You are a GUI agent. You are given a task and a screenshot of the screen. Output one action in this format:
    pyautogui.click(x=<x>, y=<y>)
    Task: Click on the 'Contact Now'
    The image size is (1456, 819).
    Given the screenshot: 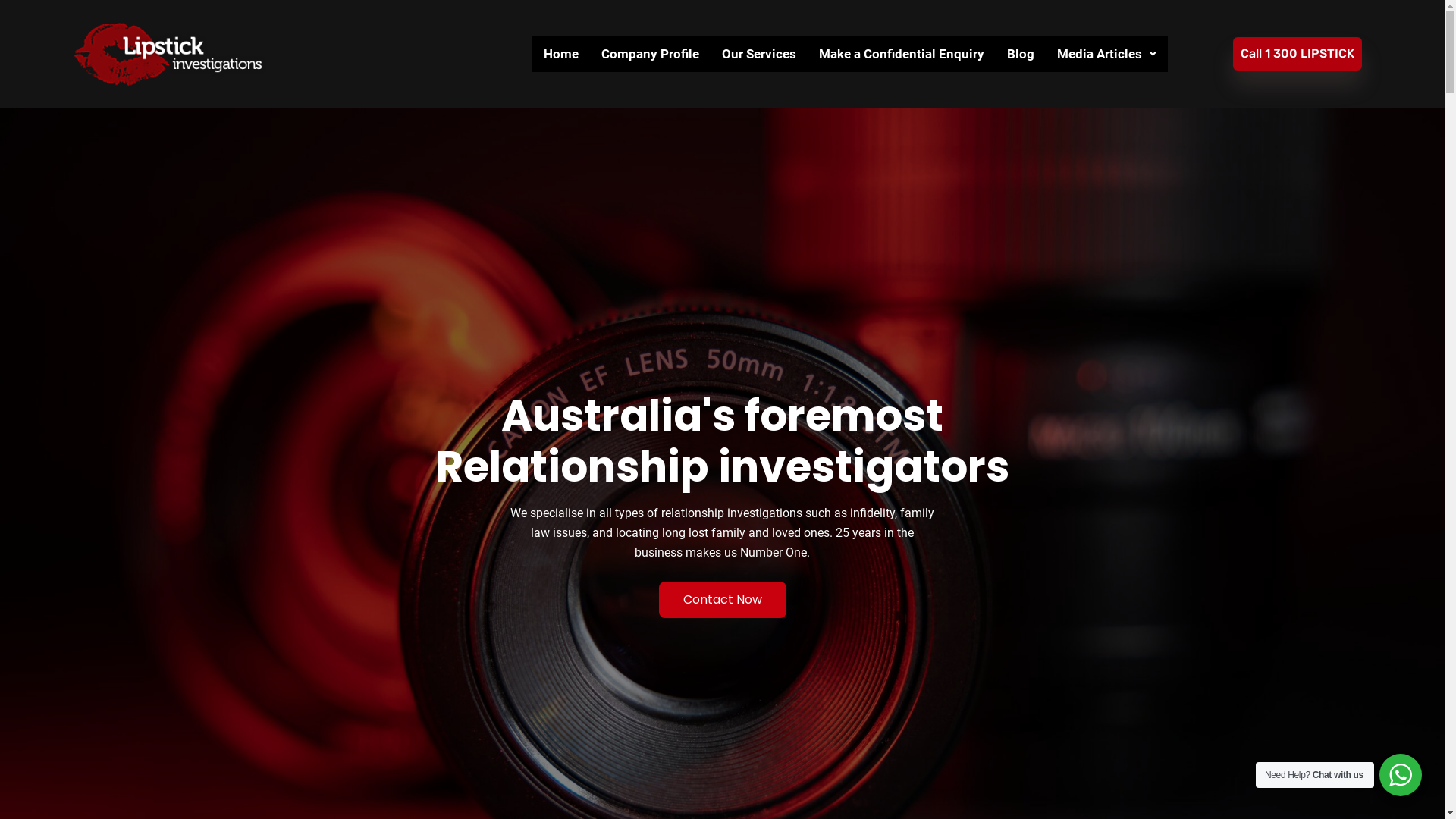 What is the action you would take?
    pyautogui.click(x=720, y=598)
    